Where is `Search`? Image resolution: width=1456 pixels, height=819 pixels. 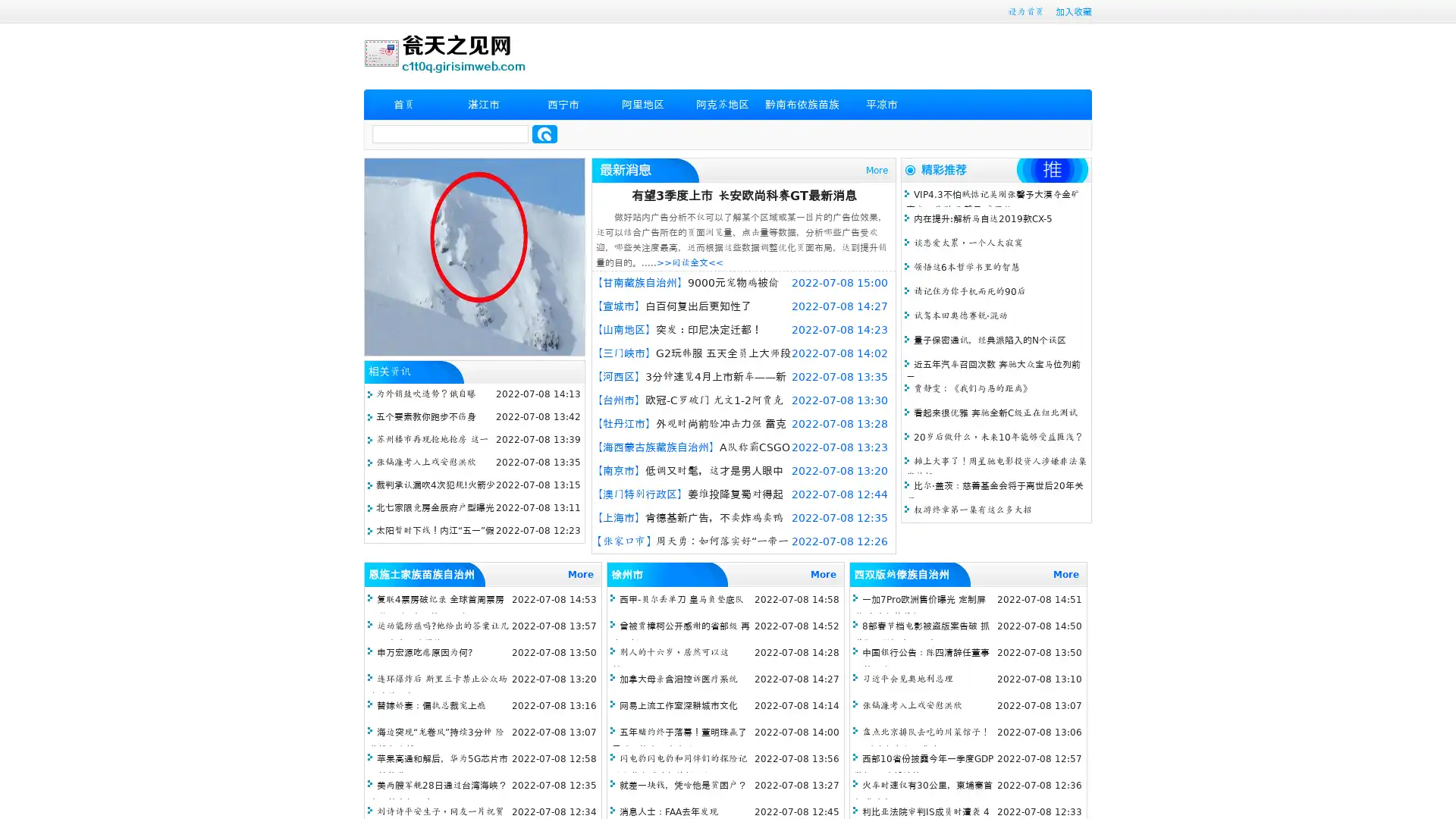
Search is located at coordinates (544, 133).